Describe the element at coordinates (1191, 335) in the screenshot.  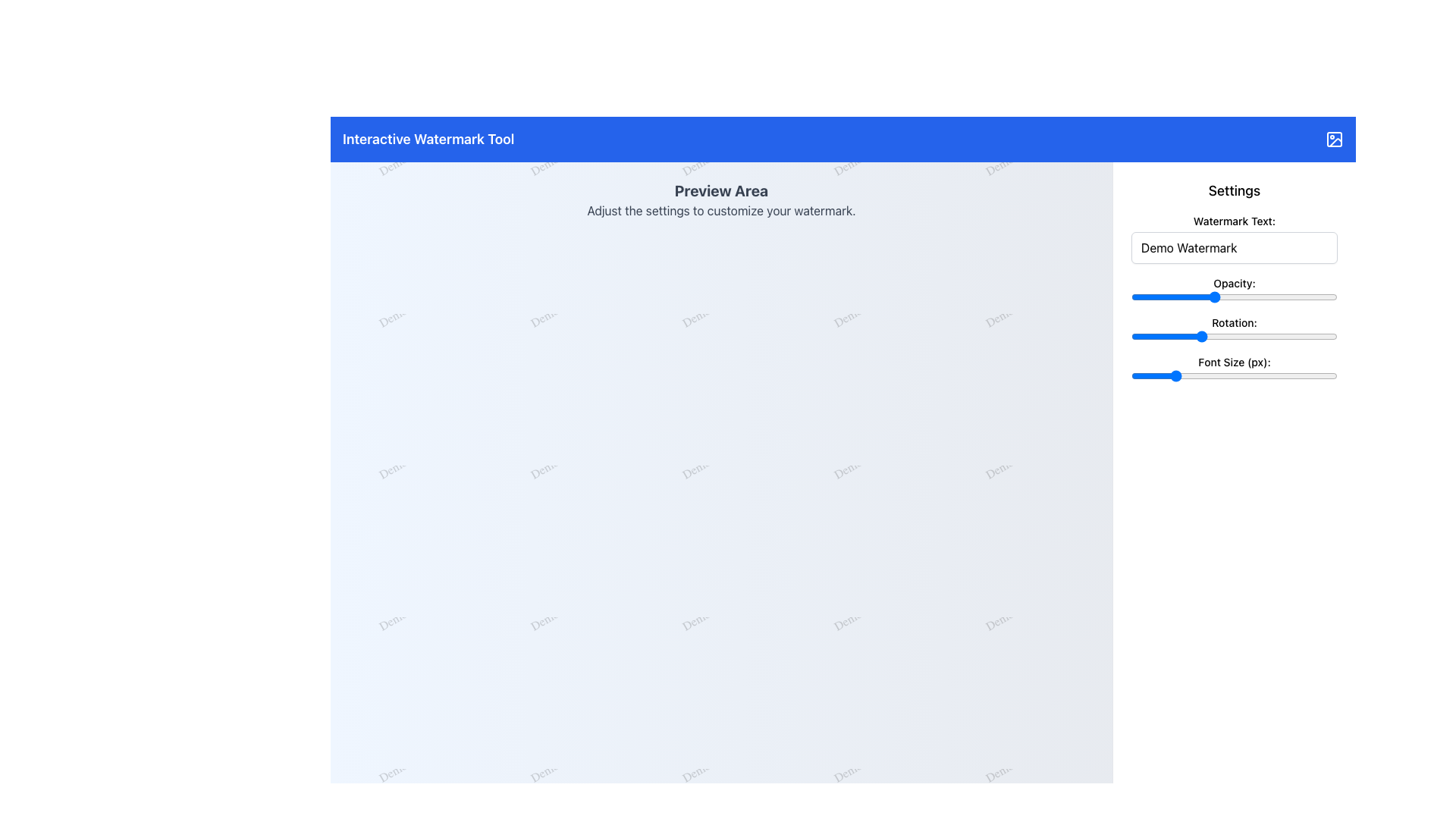
I see `the rotation value of the slider` at that location.